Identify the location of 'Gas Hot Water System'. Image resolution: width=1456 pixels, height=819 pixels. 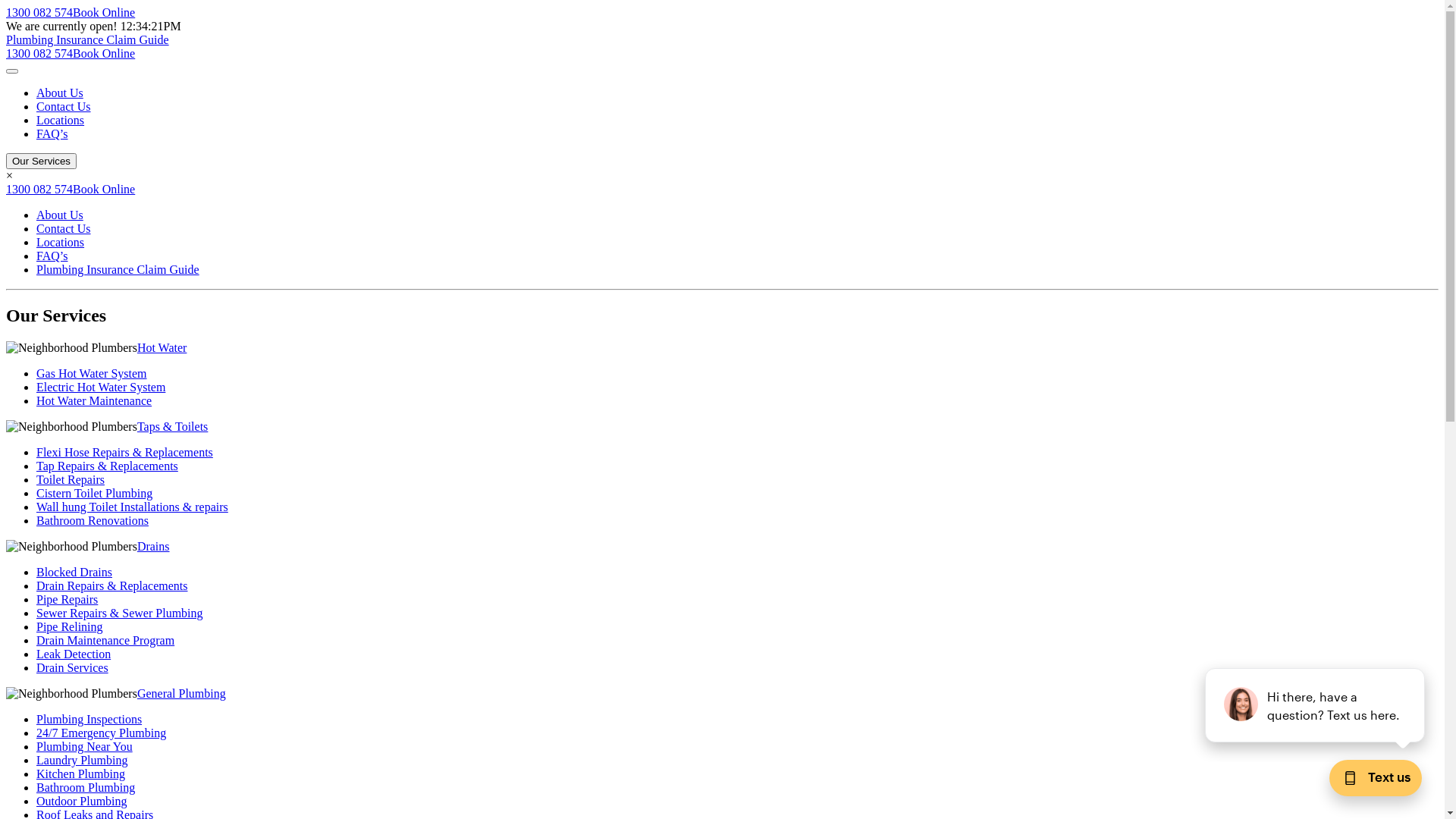
(90, 373).